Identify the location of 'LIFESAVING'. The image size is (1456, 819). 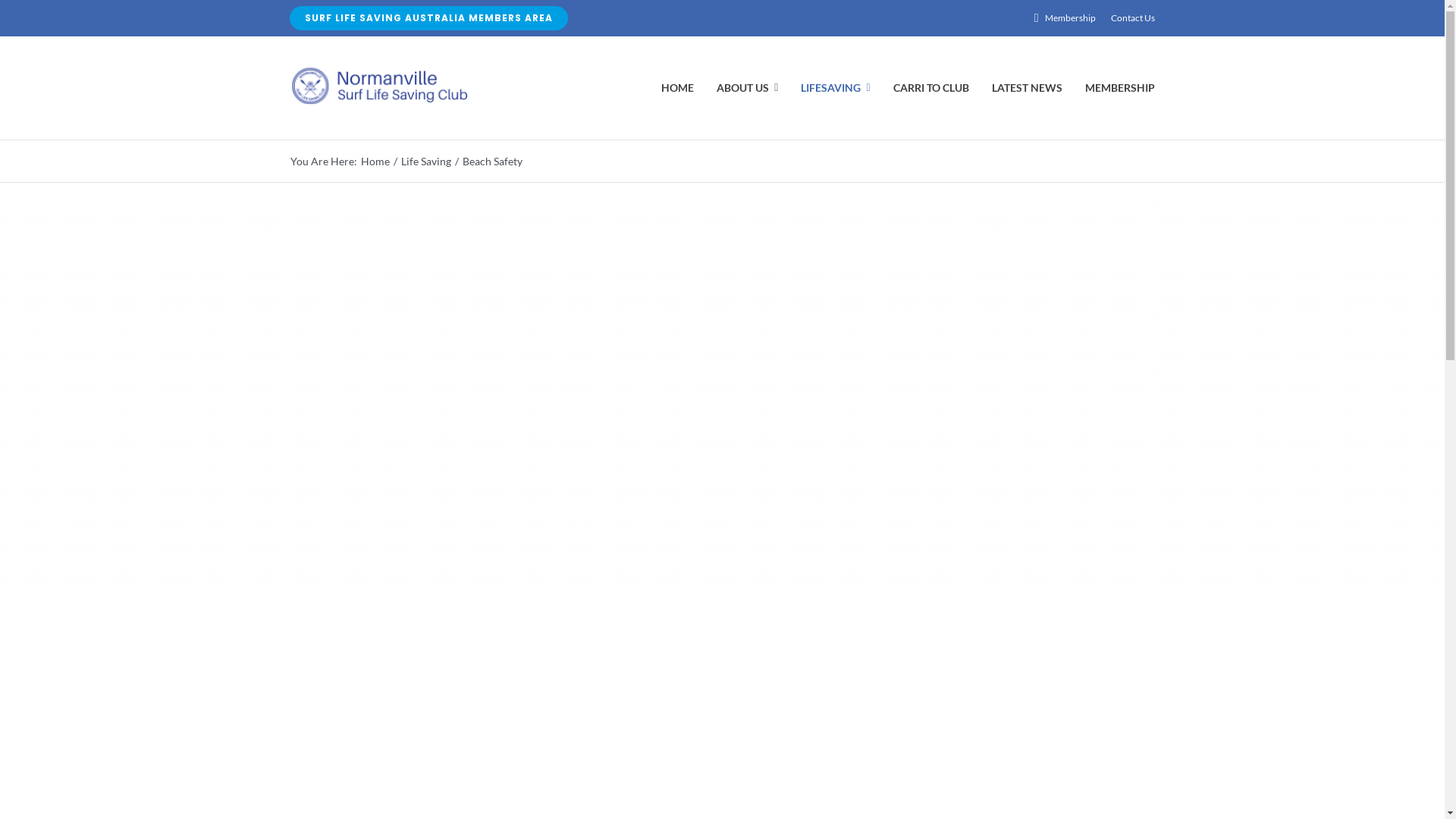
(834, 87).